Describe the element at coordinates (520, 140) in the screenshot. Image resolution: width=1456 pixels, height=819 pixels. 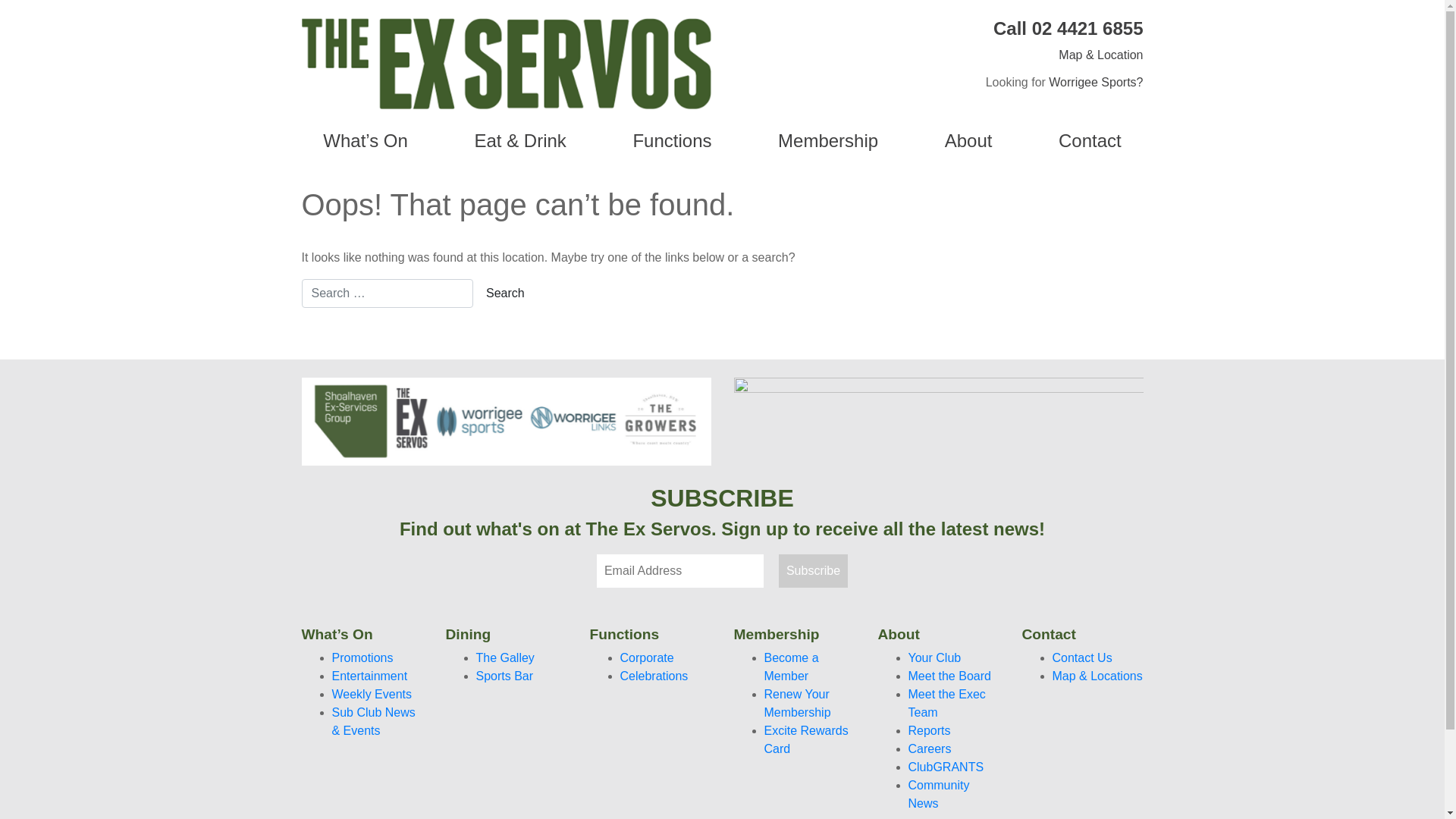
I see `'Eat & Drink'` at that location.